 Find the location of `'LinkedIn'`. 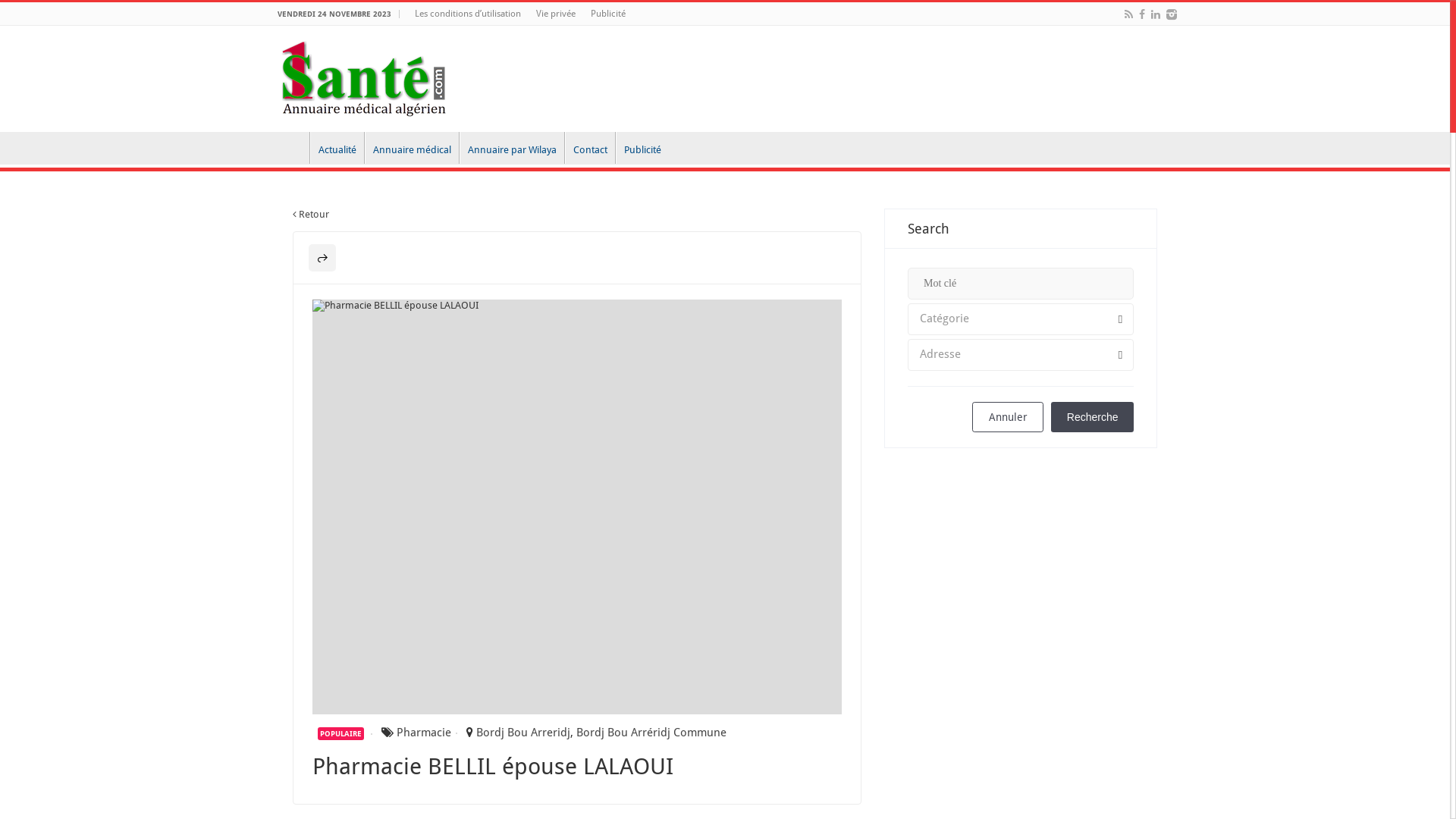

'LinkedIn' is located at coordinates (1154, 14).